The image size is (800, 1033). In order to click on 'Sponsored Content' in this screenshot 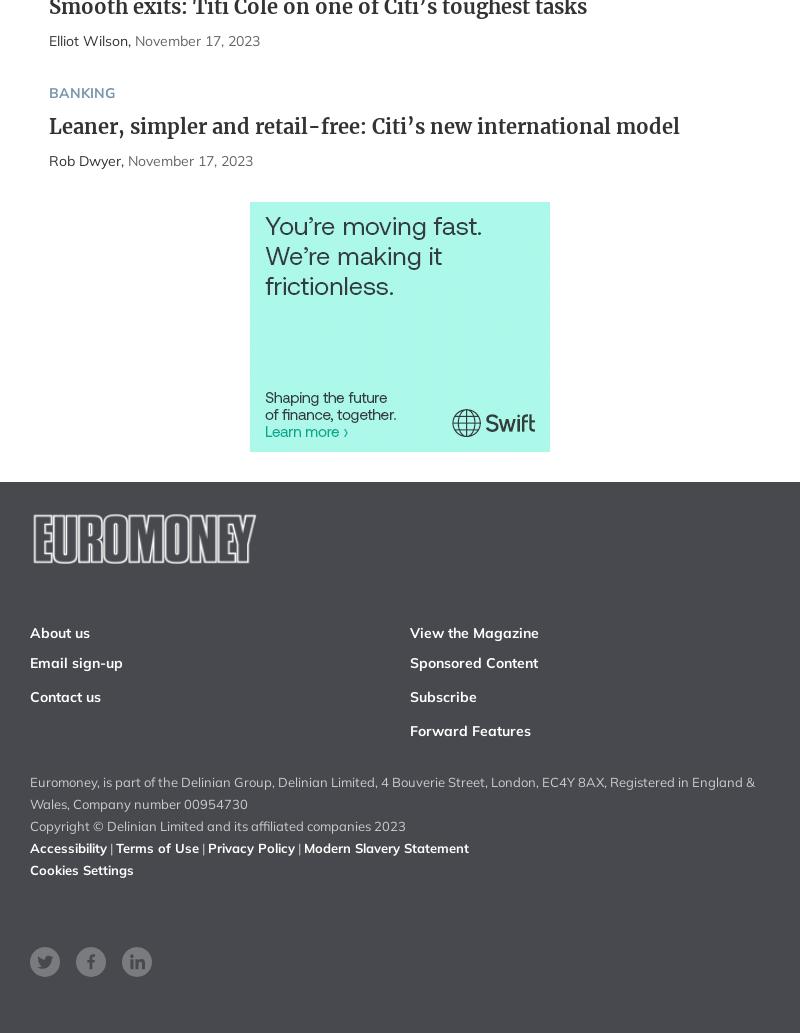, I will do `click(474, 661)`.